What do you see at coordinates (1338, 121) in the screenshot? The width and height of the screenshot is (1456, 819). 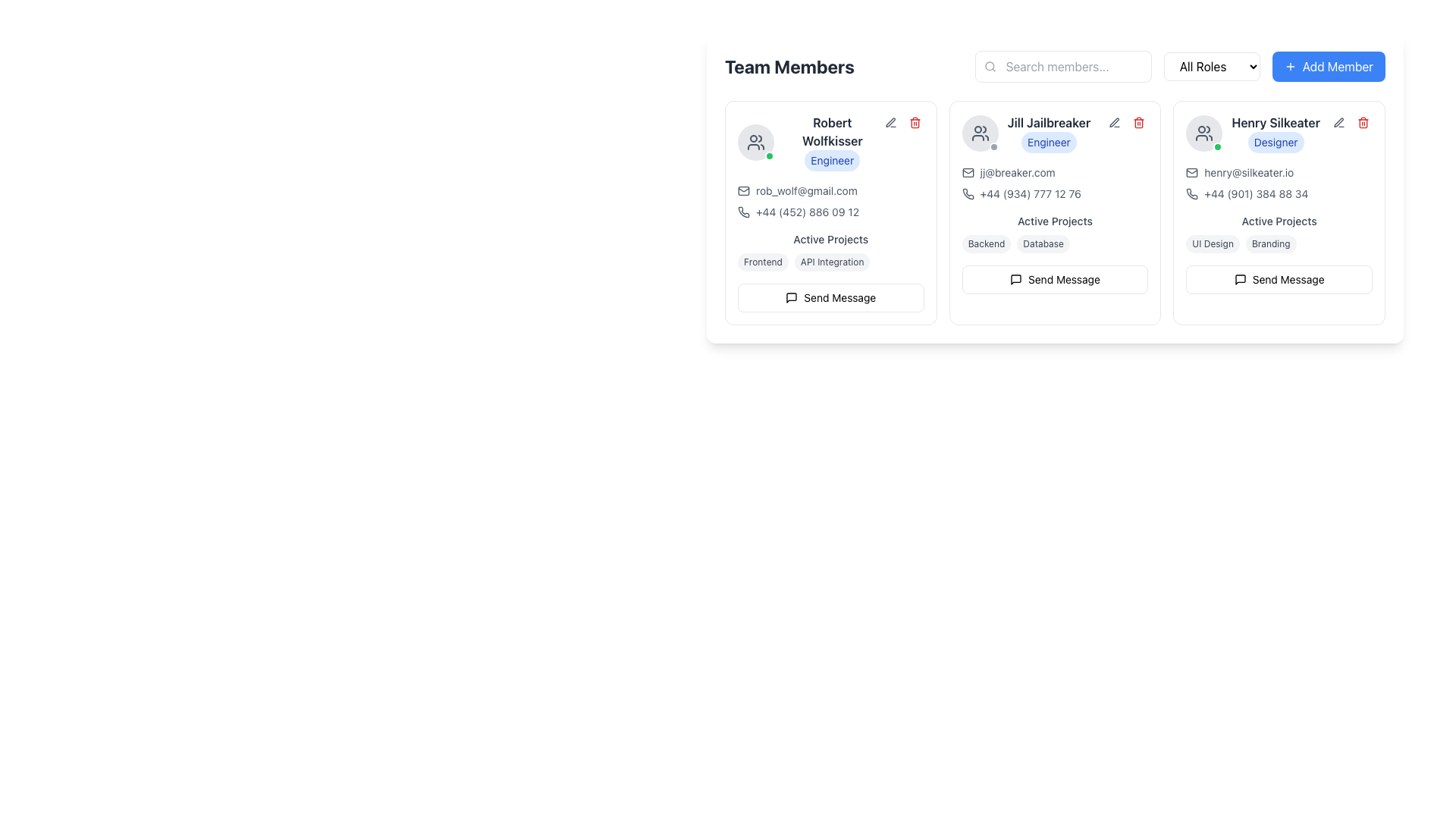 I see `the edit icon button located at the top right corner of the user card for 'Henry Silkeater'` at bounding box center [1338, 121].